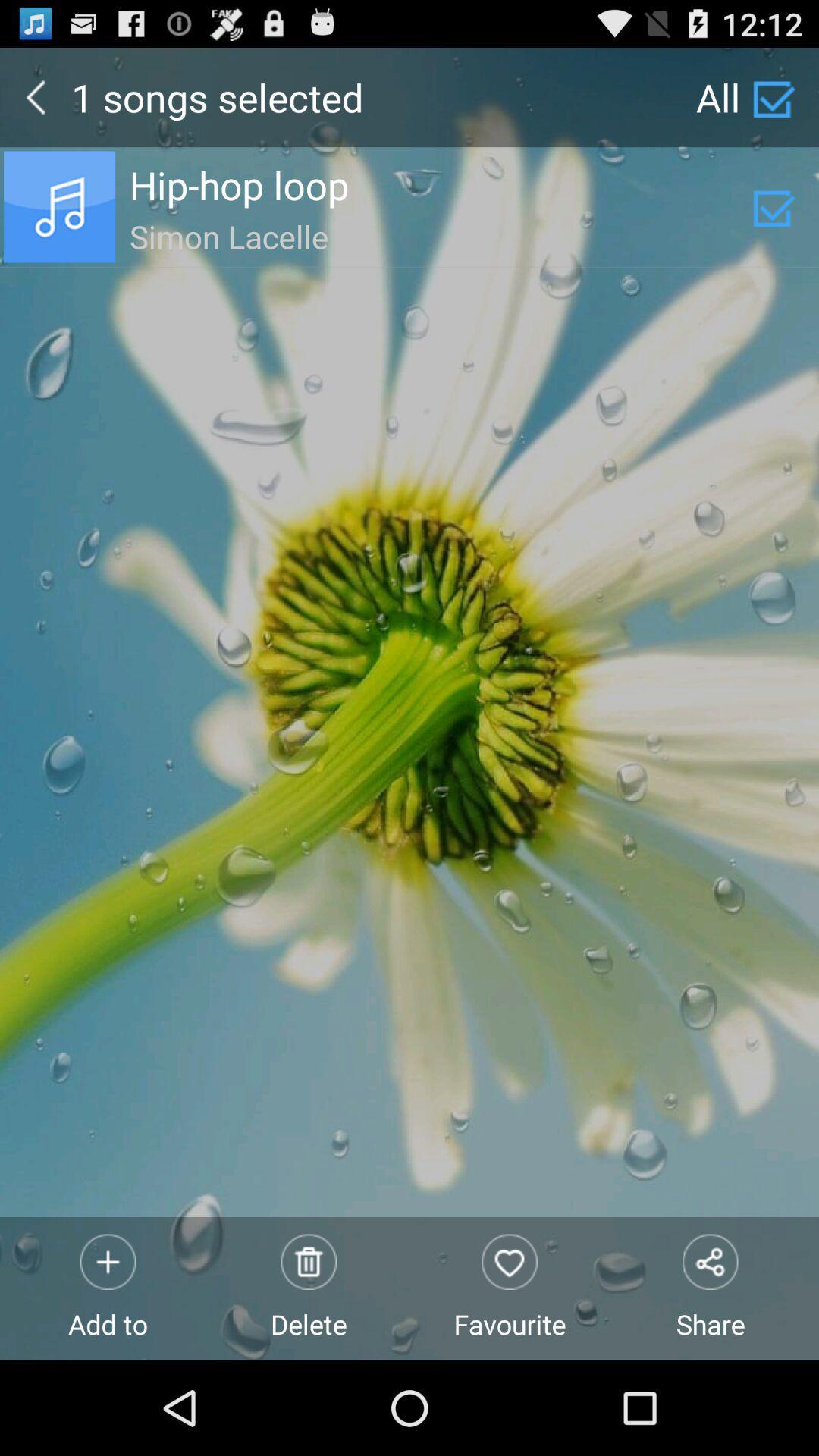 The height and width of the screenshot is (1456, 819). Describe the element at coordinates (711, 1288) in the screenshot. I see `share item` at that location.